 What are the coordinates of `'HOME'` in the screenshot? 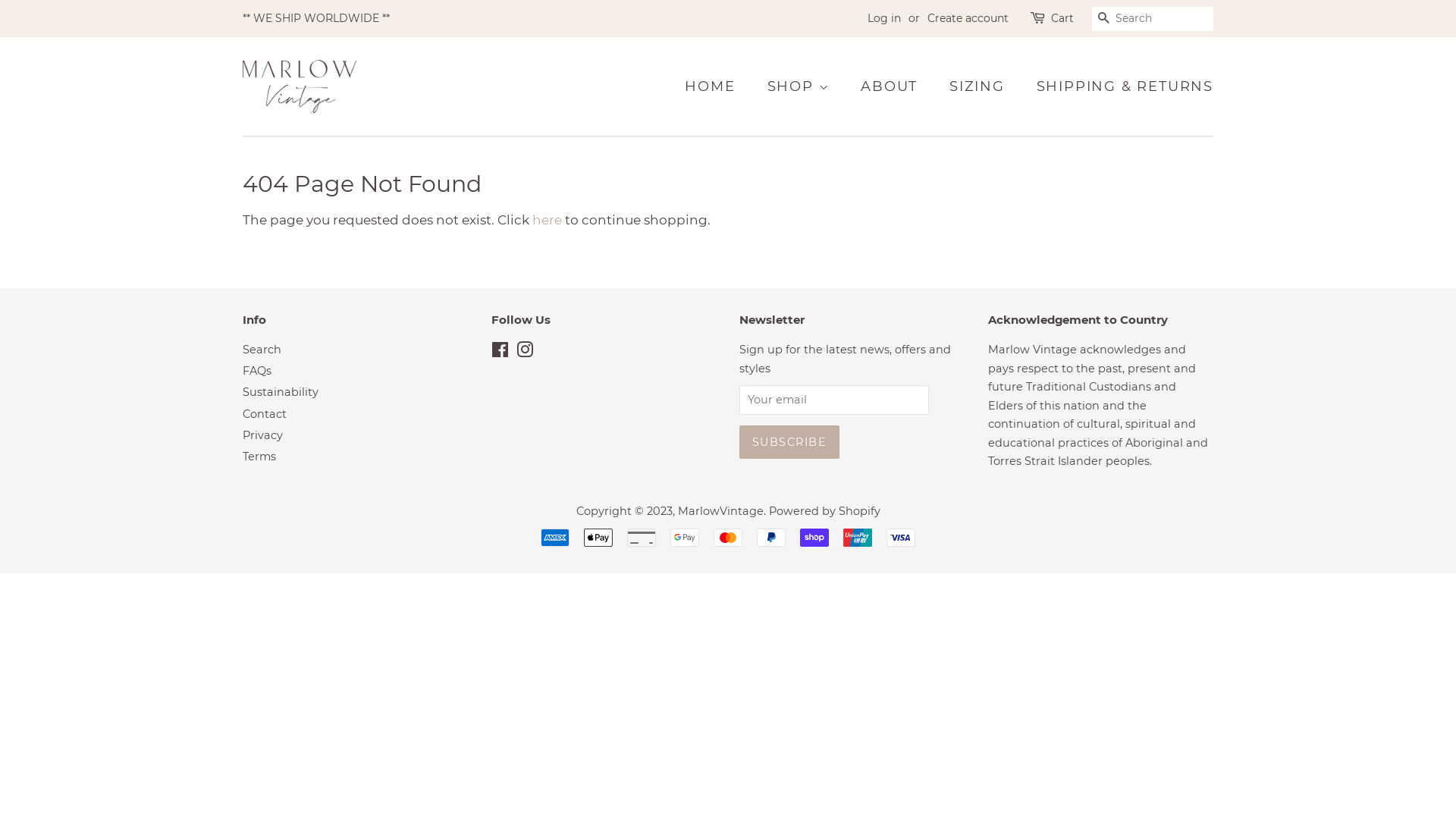 It's located at (683, 86).